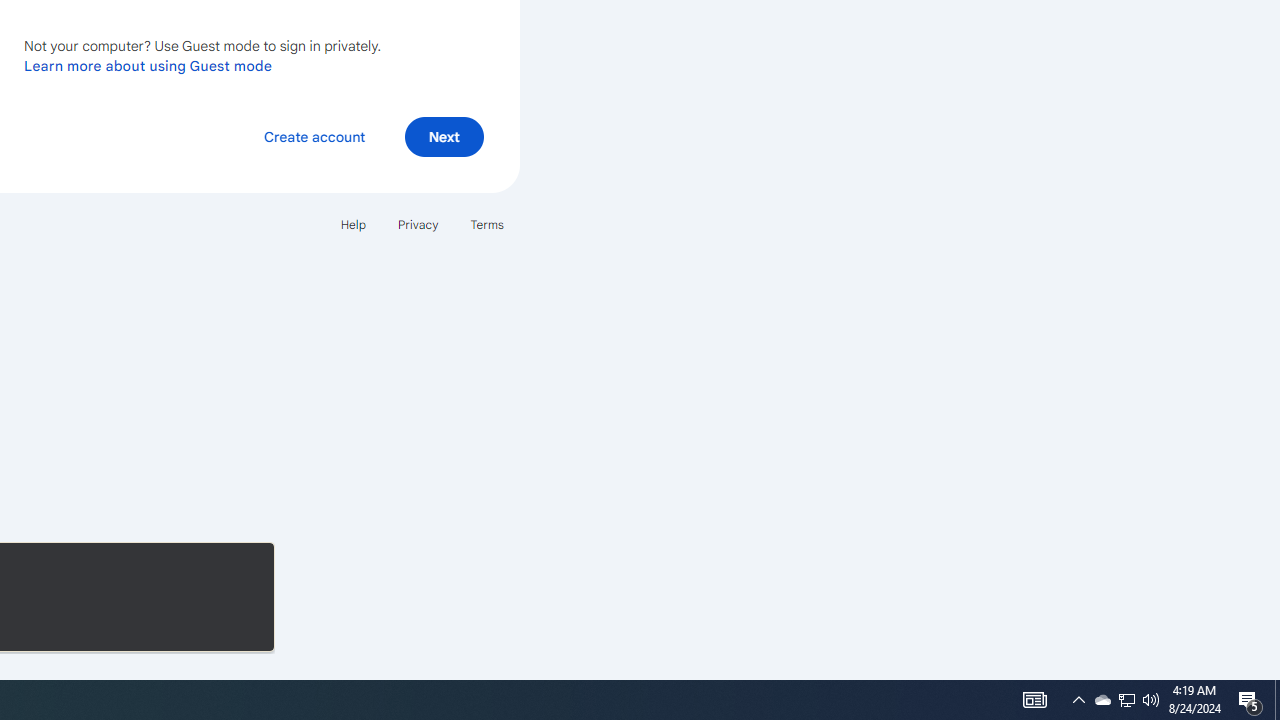 The width and height of the screenshot is (1280, 720). I want to click on 'Create account', so click(313, 135).